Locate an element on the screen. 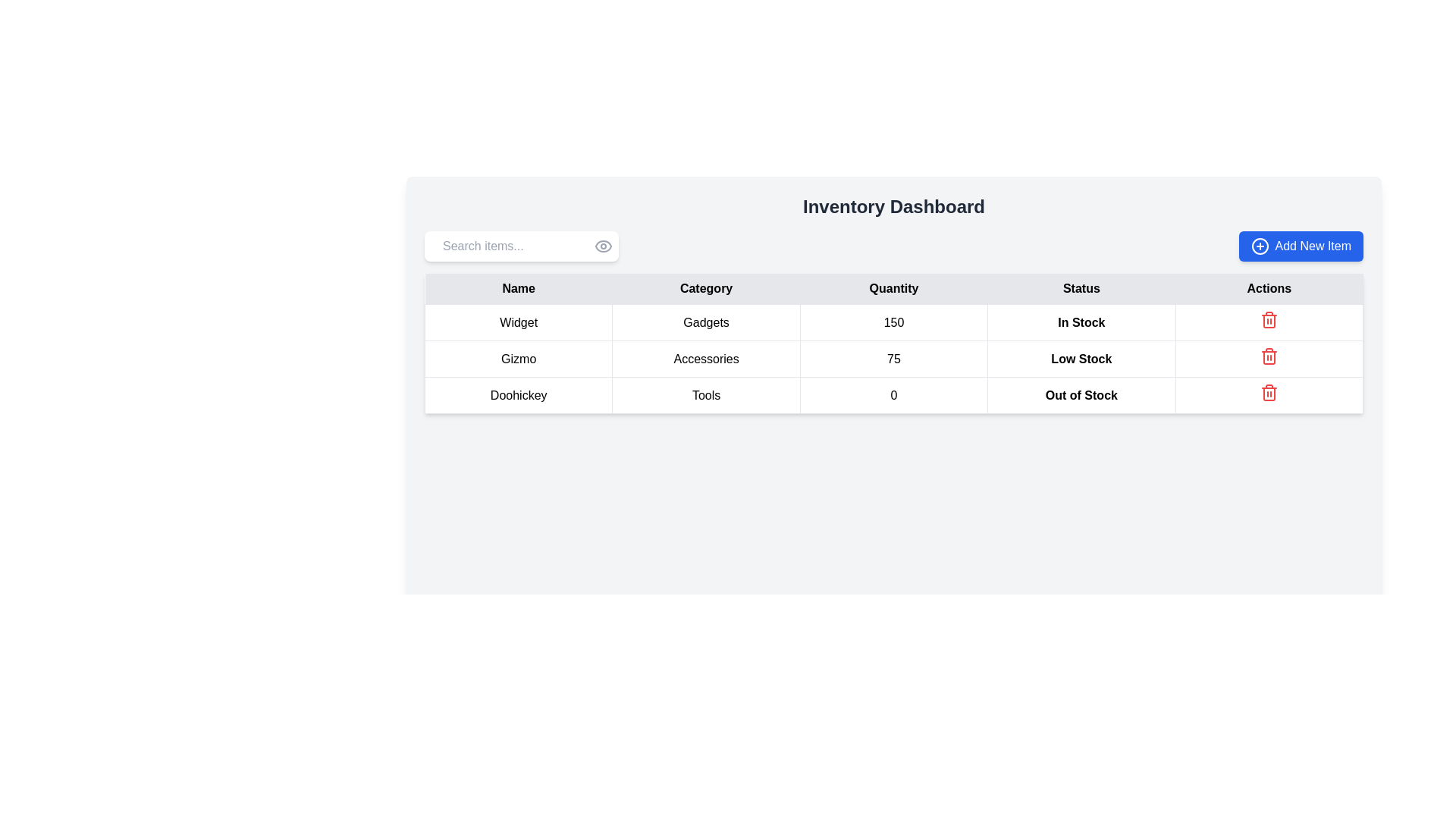  the third row of the inventory data table which contains 'Doohickey', 'Tools', '0', 'Out of Stock', and a trash icon for further actions is located at coordinates (894, 394).